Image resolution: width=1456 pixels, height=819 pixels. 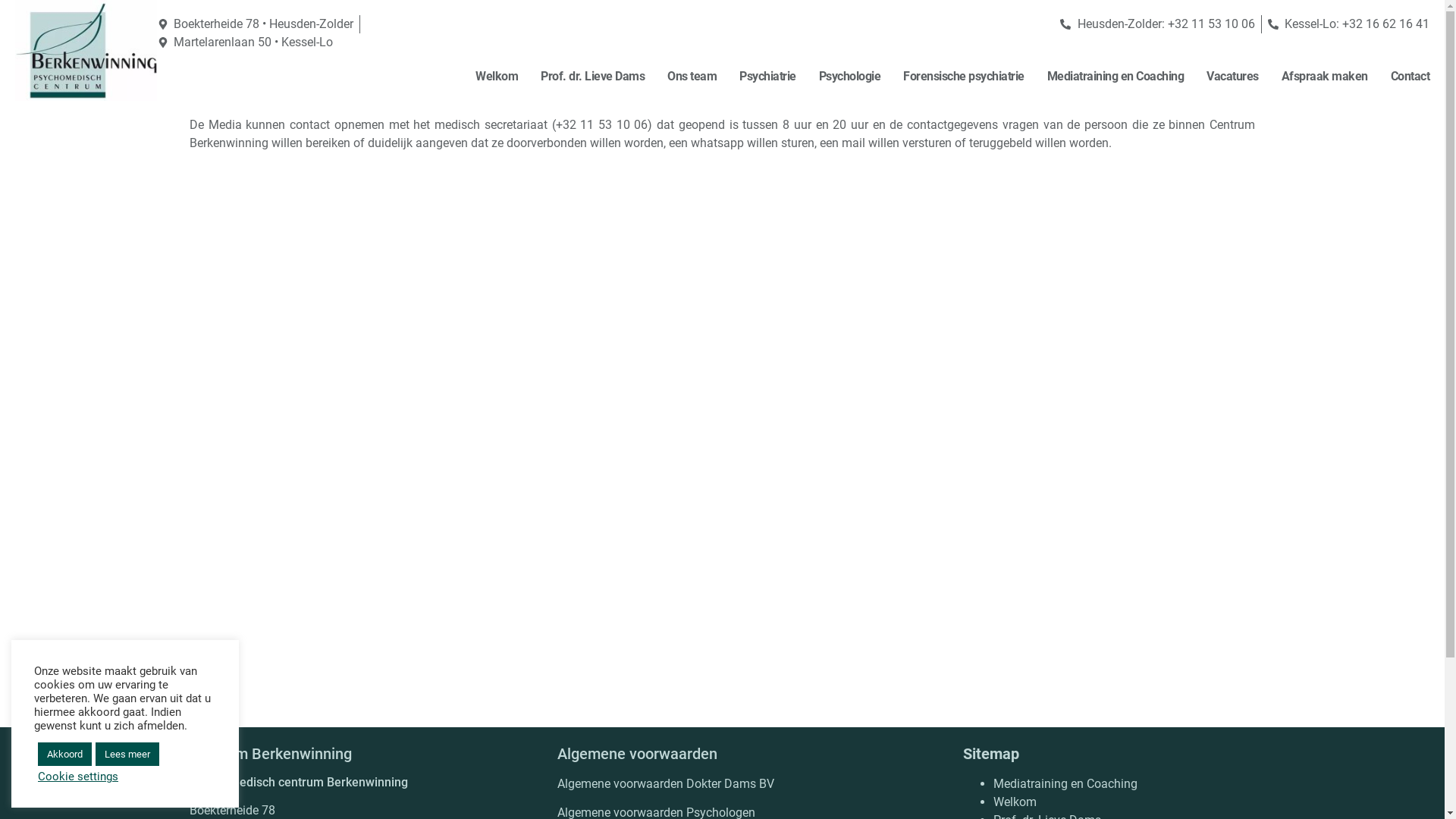 I want to click on 'Contact', so click(x=1410, y=76).